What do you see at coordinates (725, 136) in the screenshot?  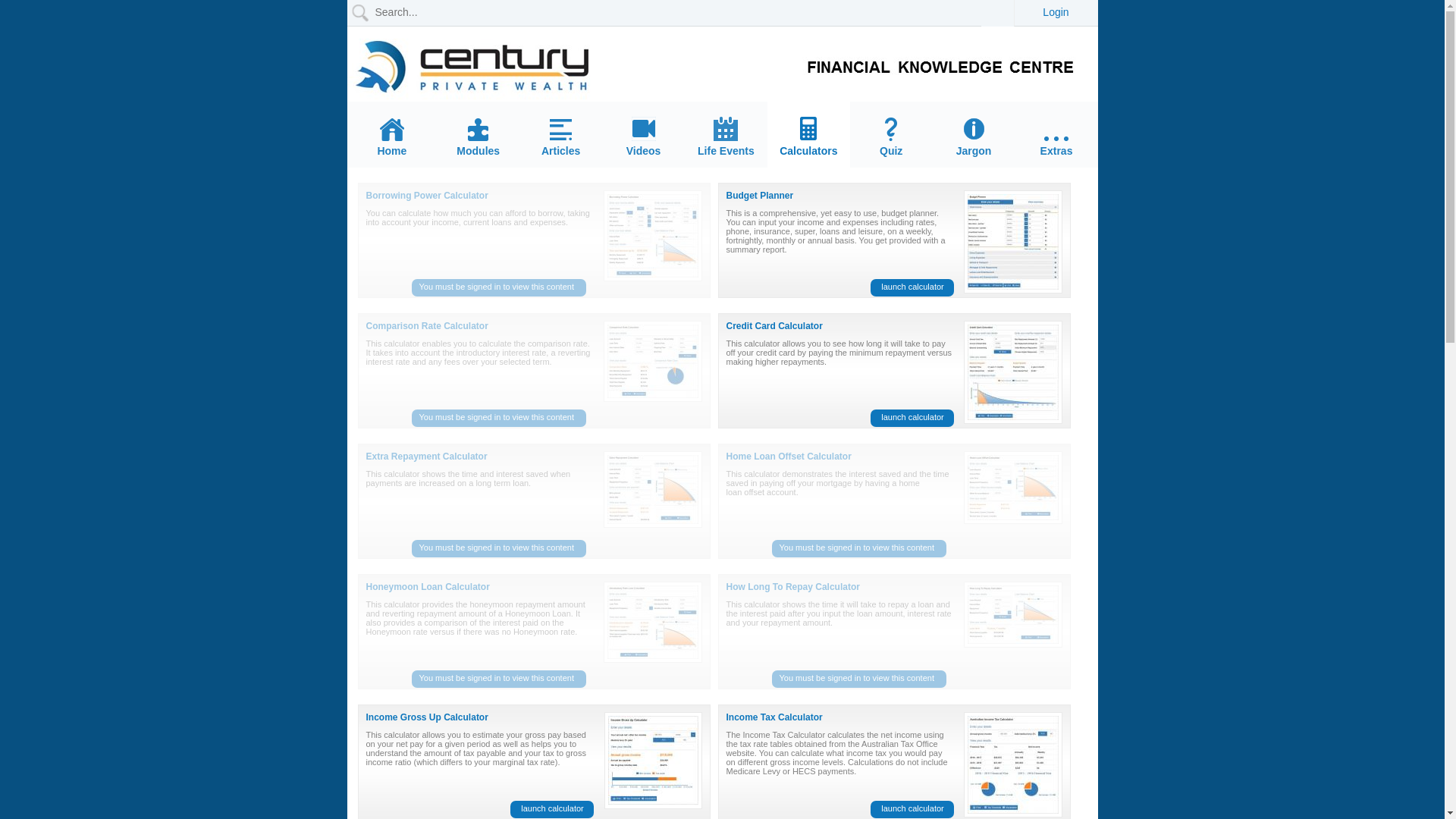 I see `'Life Events'` at bounding box center [725, 136].